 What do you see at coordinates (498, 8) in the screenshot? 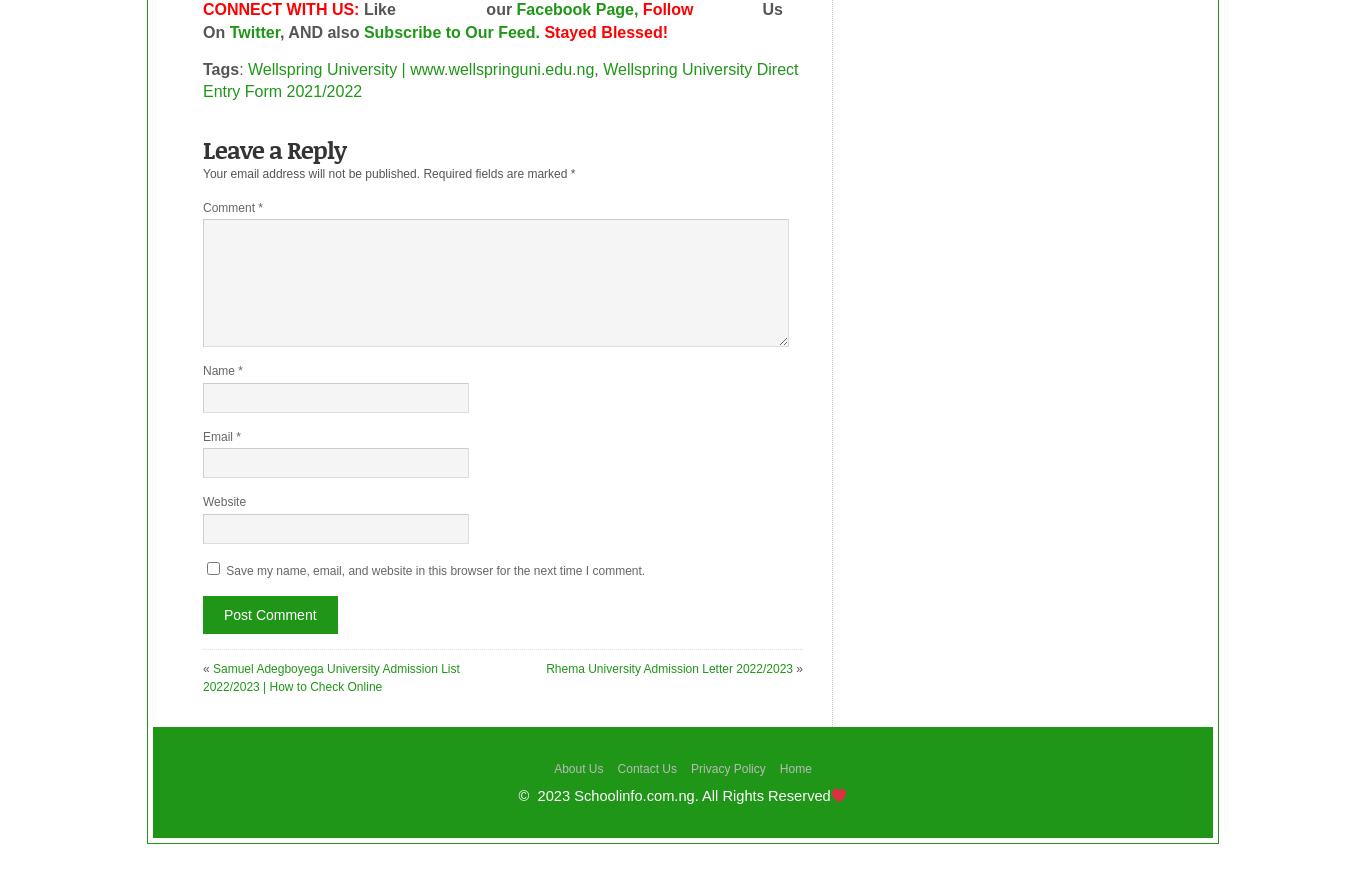
I see `'our'` at bounding box center [498, 8].